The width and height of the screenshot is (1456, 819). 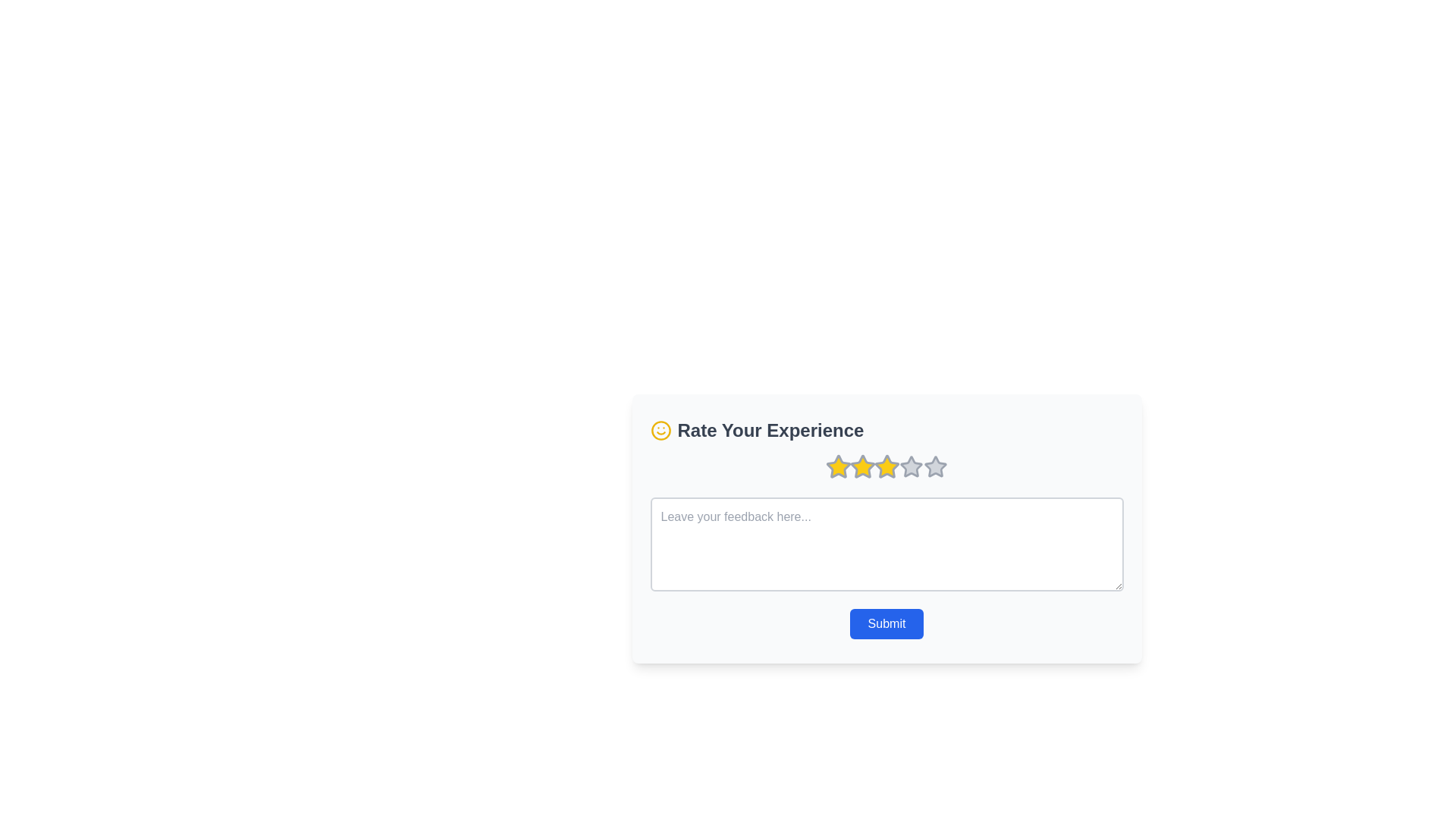 What do you see at coordinates (837, 466) in the screenshot?
I see `the first yellow star-shaped rating icon in a row of five` at bounding box center [837, 466].